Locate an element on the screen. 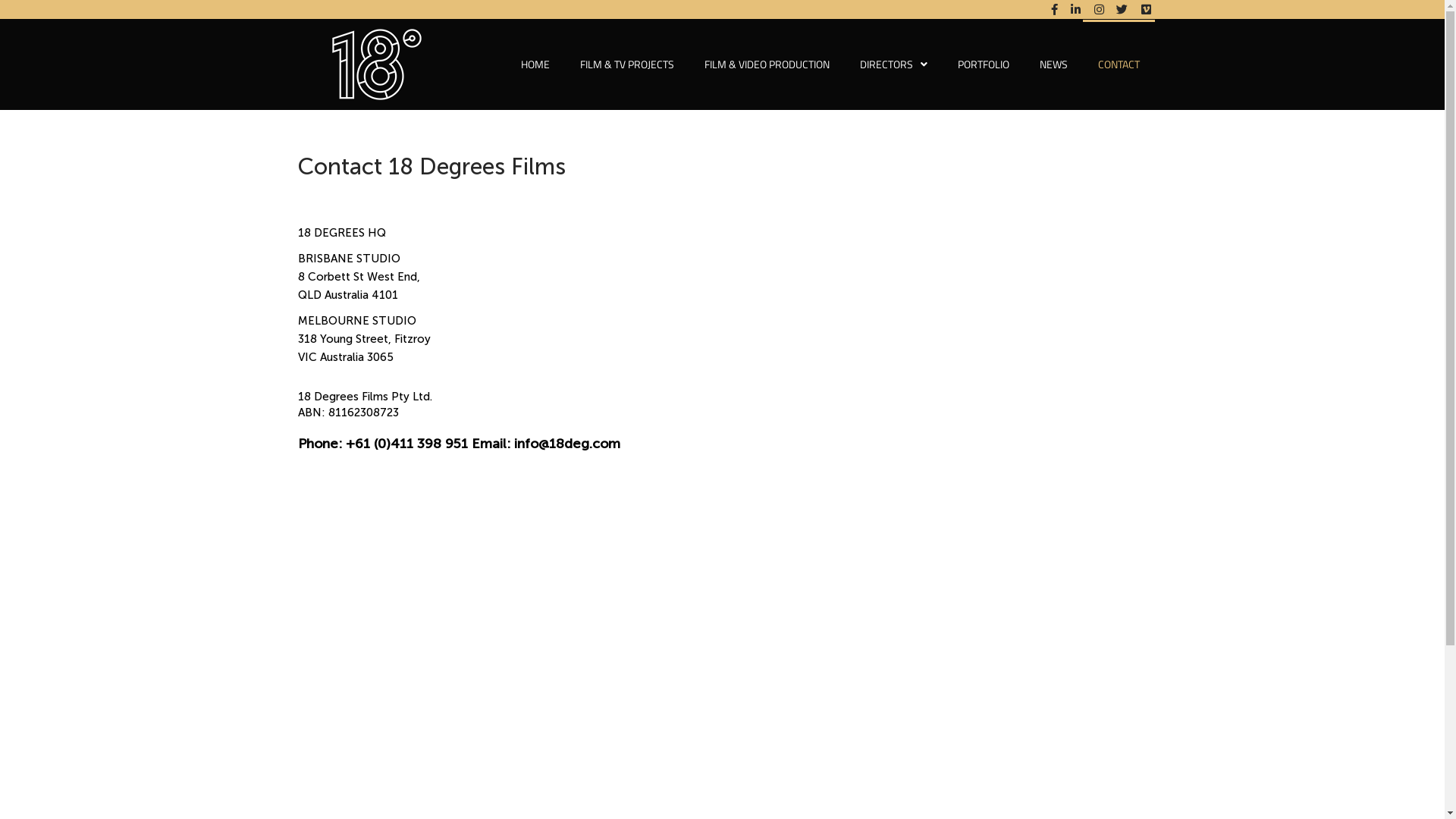 The height and width of the screenshot is (819, 1456). 'FILM & TV PROJECTS' is located at coordinates (563, 63).